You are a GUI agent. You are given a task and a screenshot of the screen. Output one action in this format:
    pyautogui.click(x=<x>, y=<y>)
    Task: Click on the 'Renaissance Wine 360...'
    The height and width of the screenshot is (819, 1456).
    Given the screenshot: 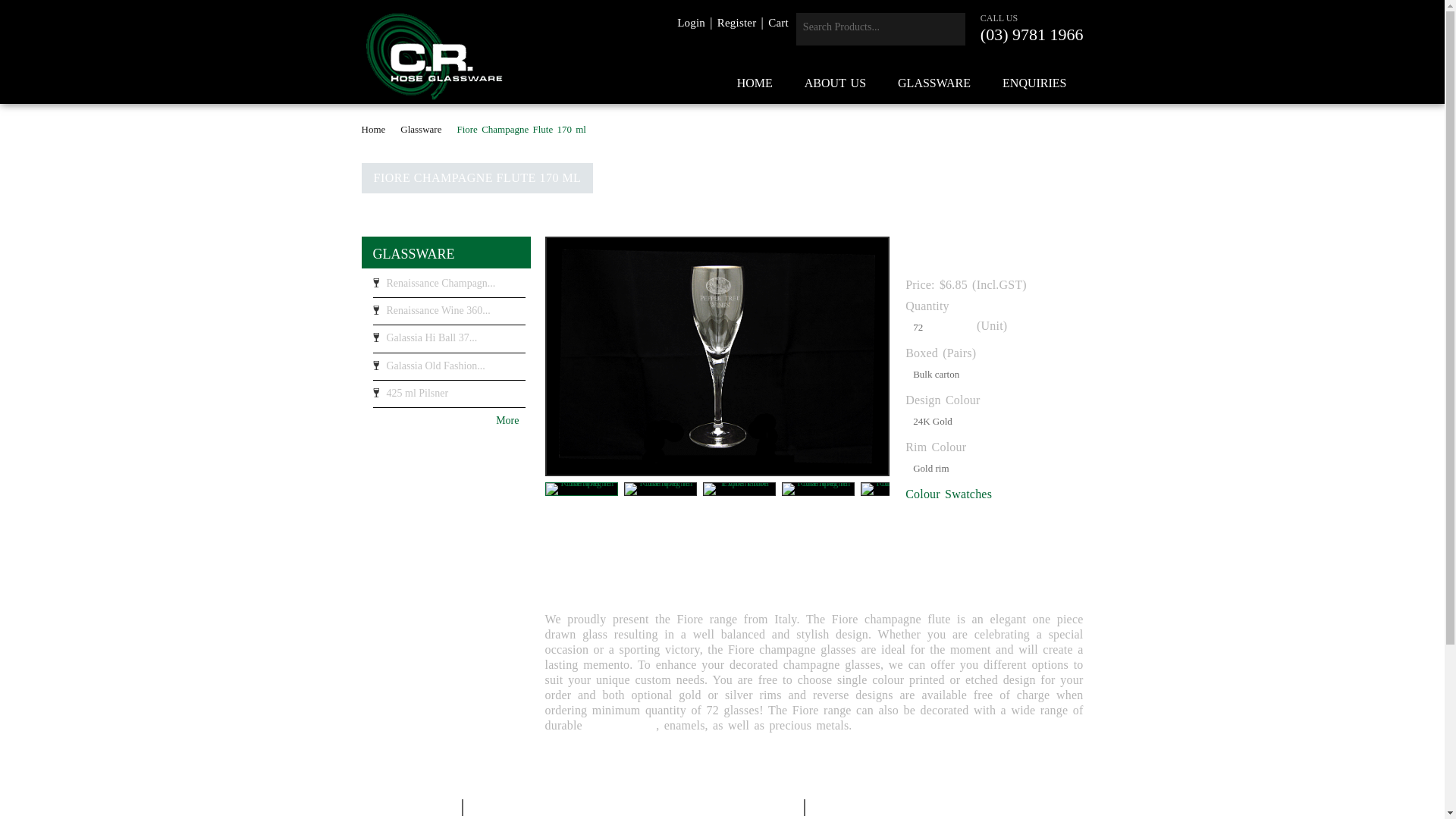 What is the action you would take?
    pyautogui.click(x=448, y=314)
    